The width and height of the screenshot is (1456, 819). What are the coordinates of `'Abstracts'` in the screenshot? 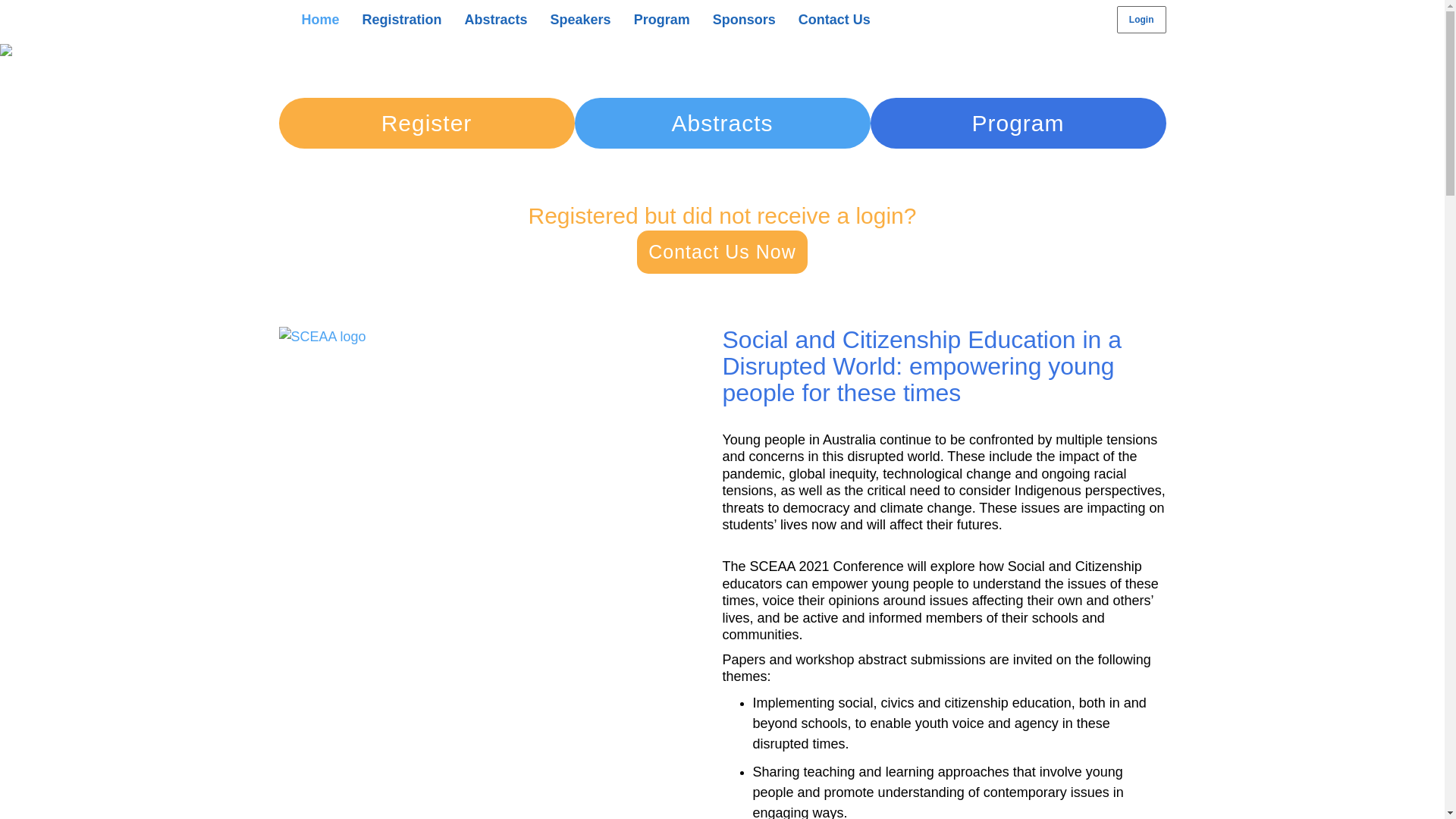 It's located at (722, 122).